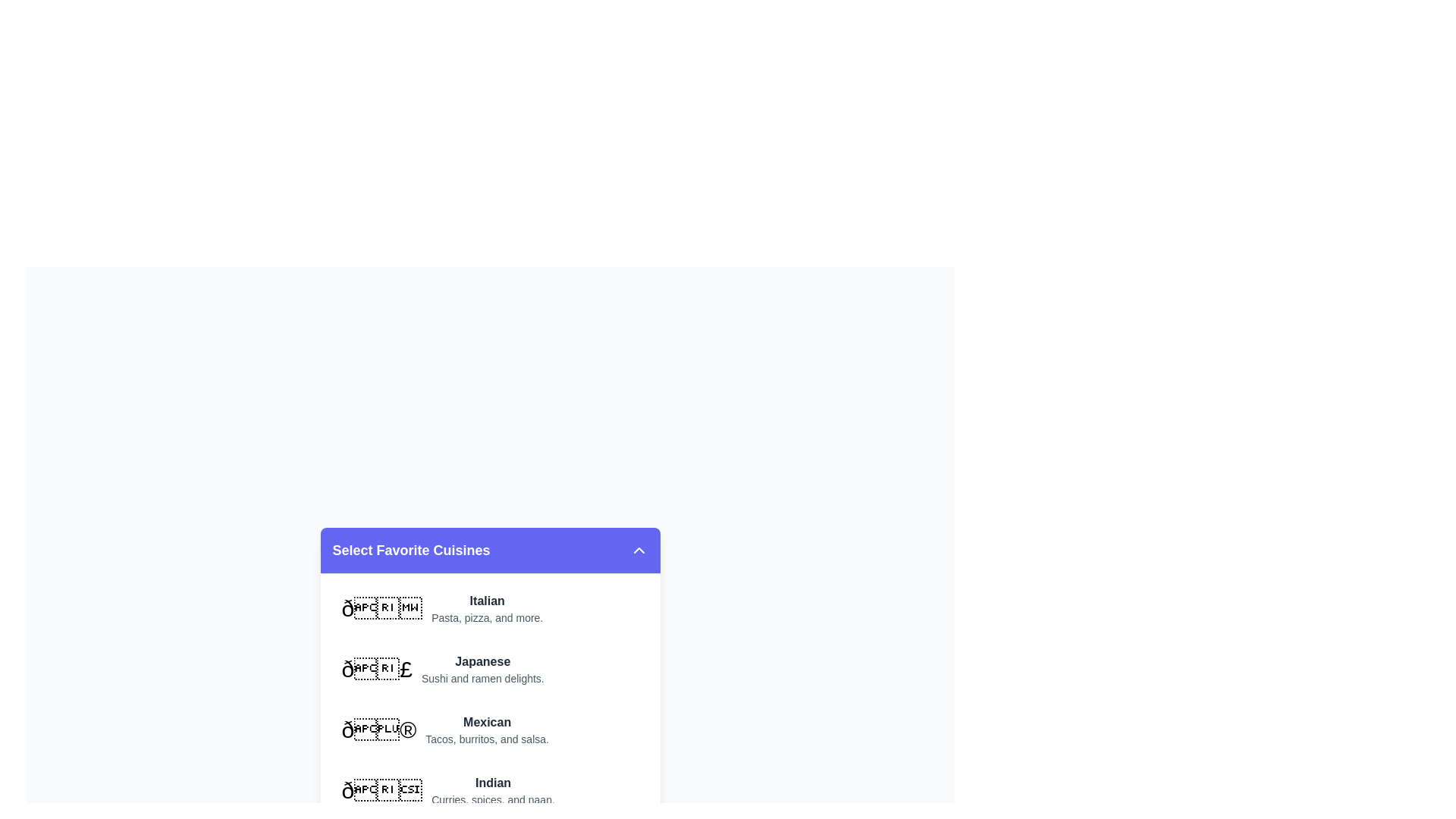 The image size is (1456, 819). What do you see at coordinates (444, 729) in the screenshot?
I see `the 'Mexican' label in the dropdown menu titled 'Select Favorite Cuisines'` at bounding box center [444, 729].